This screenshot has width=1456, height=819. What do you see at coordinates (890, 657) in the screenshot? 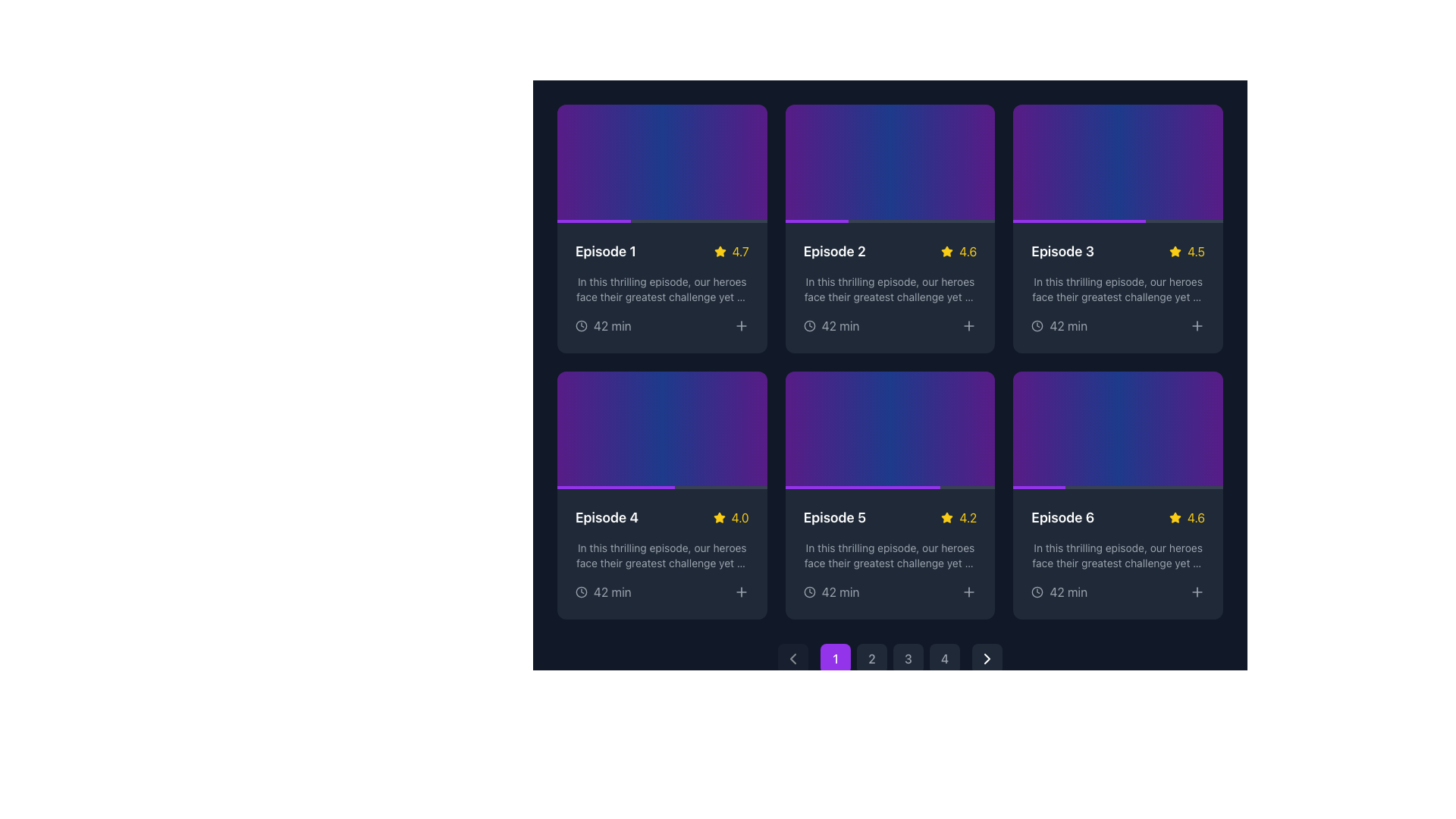
I see `the circular button labeled '2' in the pagination control` at bounding box center [890, 657].